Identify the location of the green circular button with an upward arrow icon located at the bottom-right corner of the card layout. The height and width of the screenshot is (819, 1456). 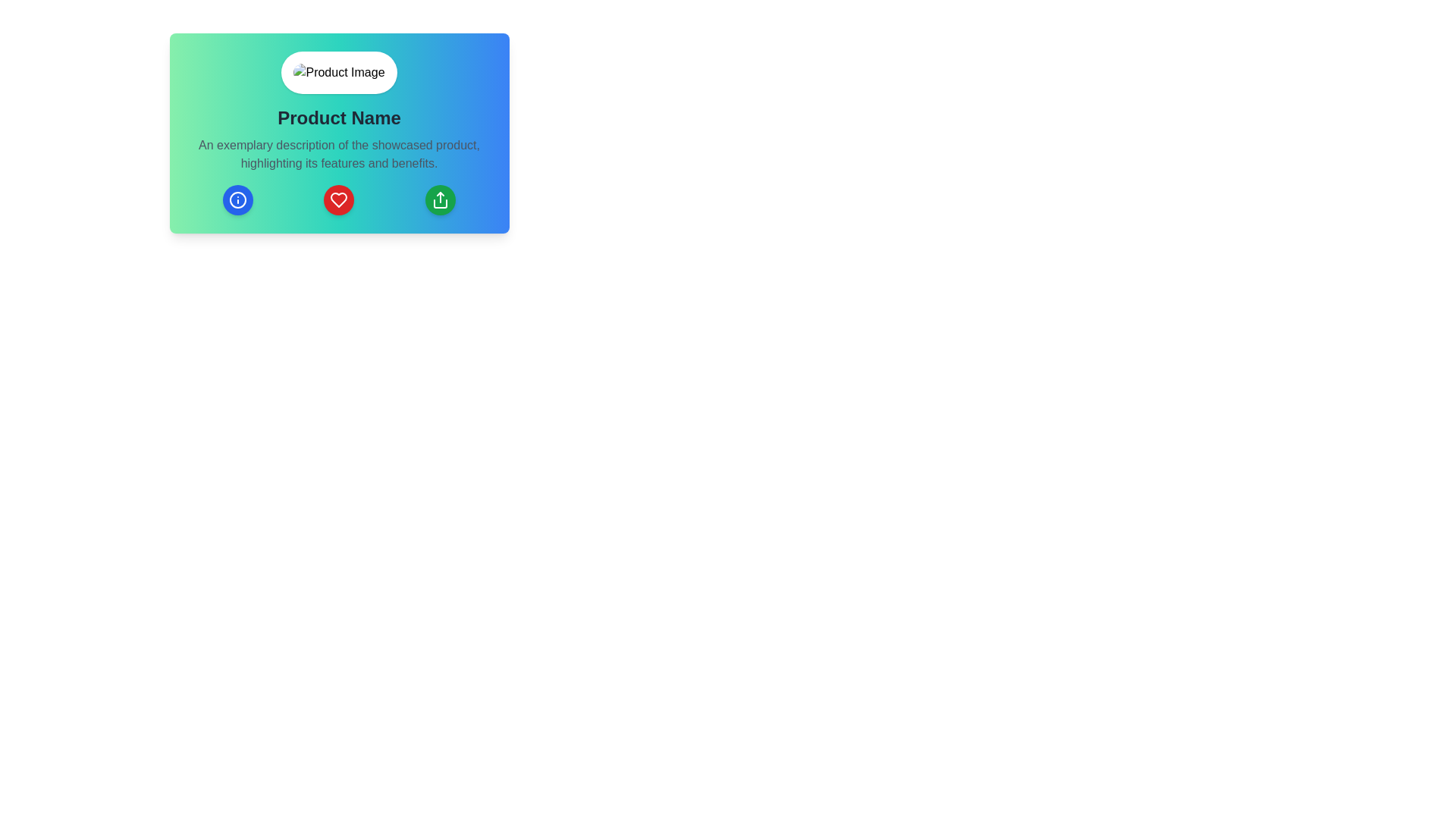
(439, 199).